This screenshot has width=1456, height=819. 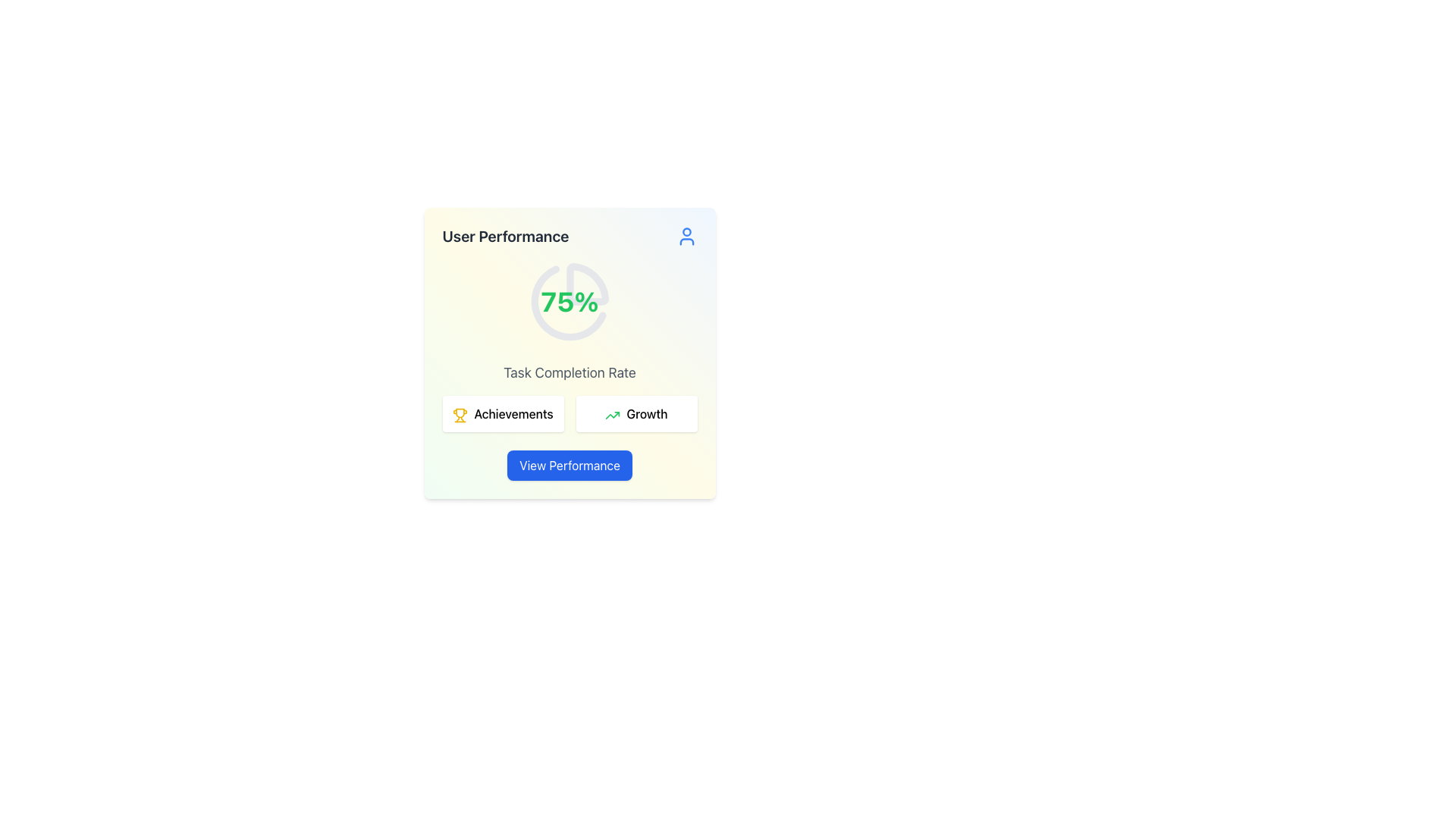 I want to click on the small arc segment of the pie chart located in the upper right section of the 'User Performance' card, so click(x=586, y=284).